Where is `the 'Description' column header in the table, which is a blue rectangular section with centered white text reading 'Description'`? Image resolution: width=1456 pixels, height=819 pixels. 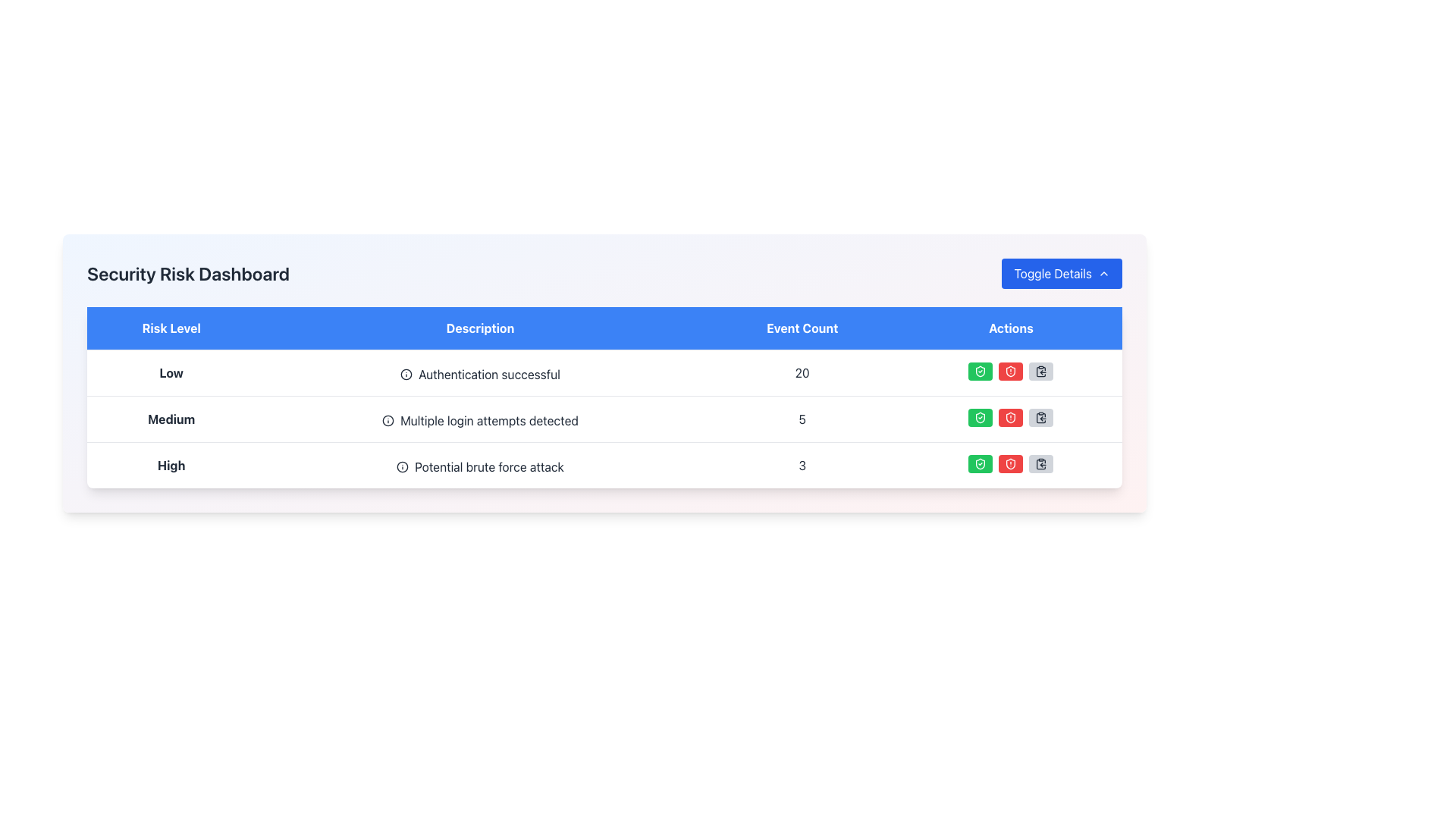 the 'Description' column header in the table, which is a blue rectangular section with centered white text reading 'Description' is located at coordinates (479, 328).